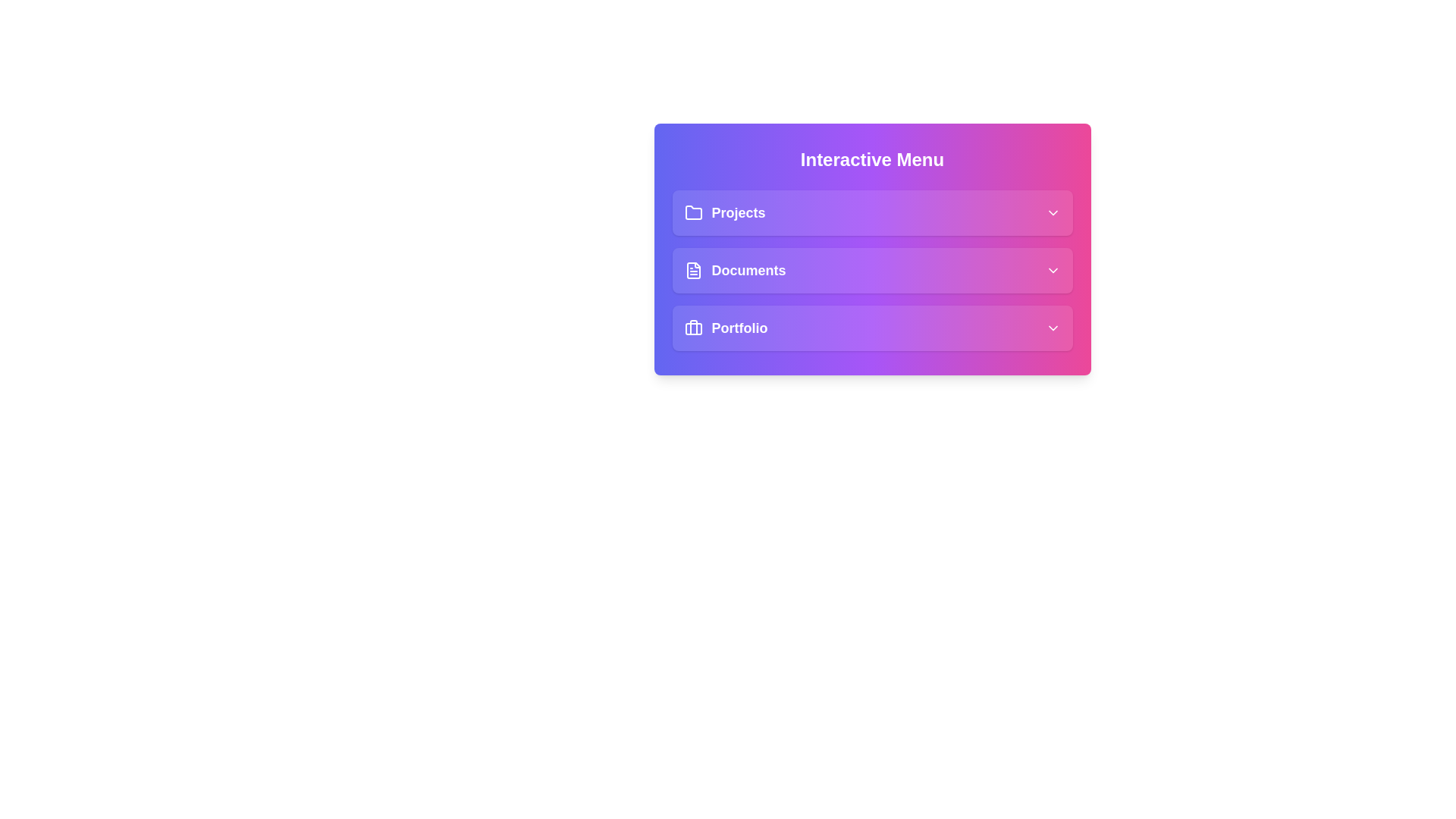 This screenshot has height=819, width=1456. I want to click on the 'Documents' tab, which is the second tab in the vertical menu located between the 'Projects' and 'Portfolio' tabs, so click(872, 270).